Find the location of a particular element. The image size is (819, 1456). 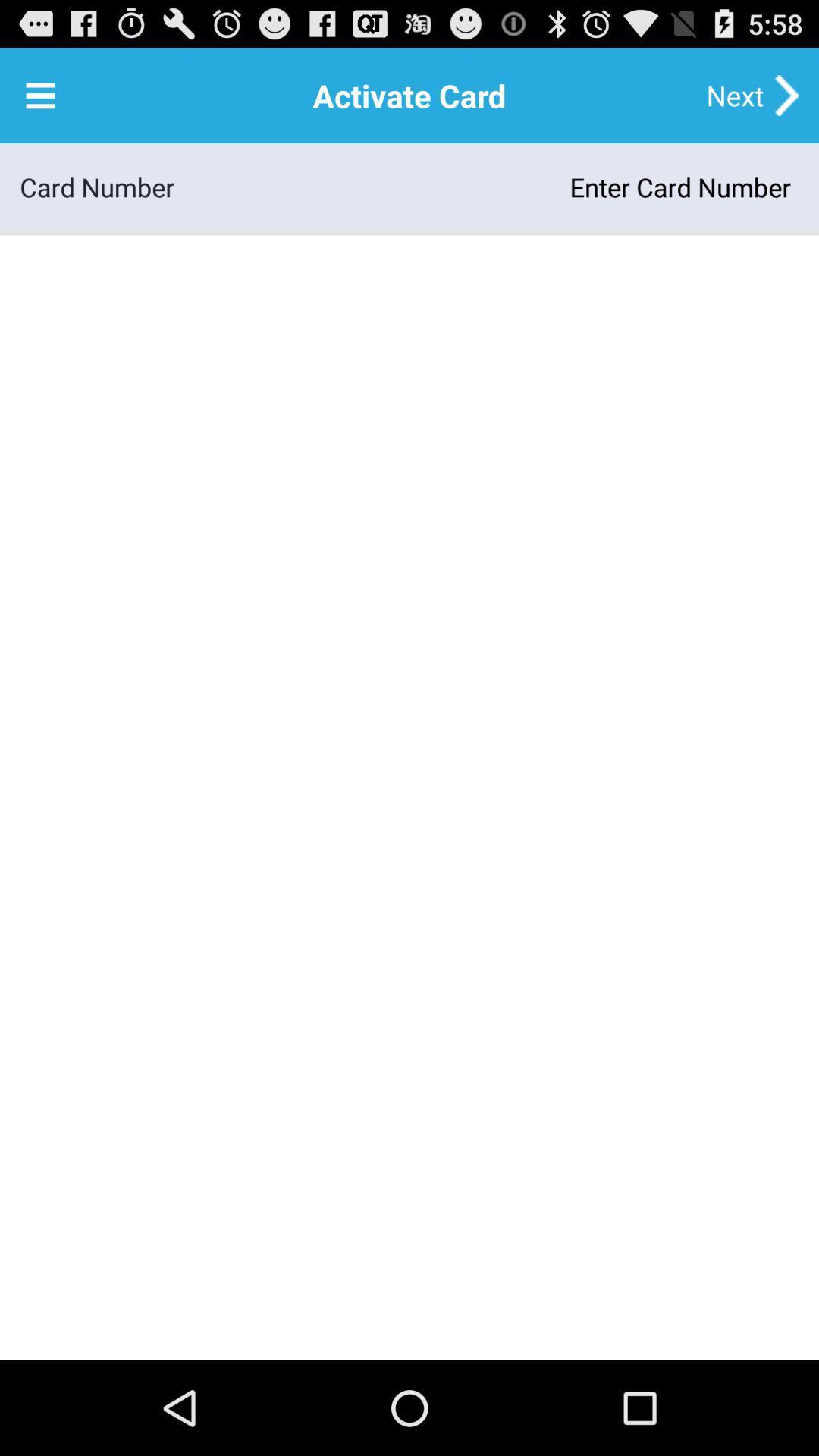

app to the left of the activate card icon is located at coordinates (39, 94).